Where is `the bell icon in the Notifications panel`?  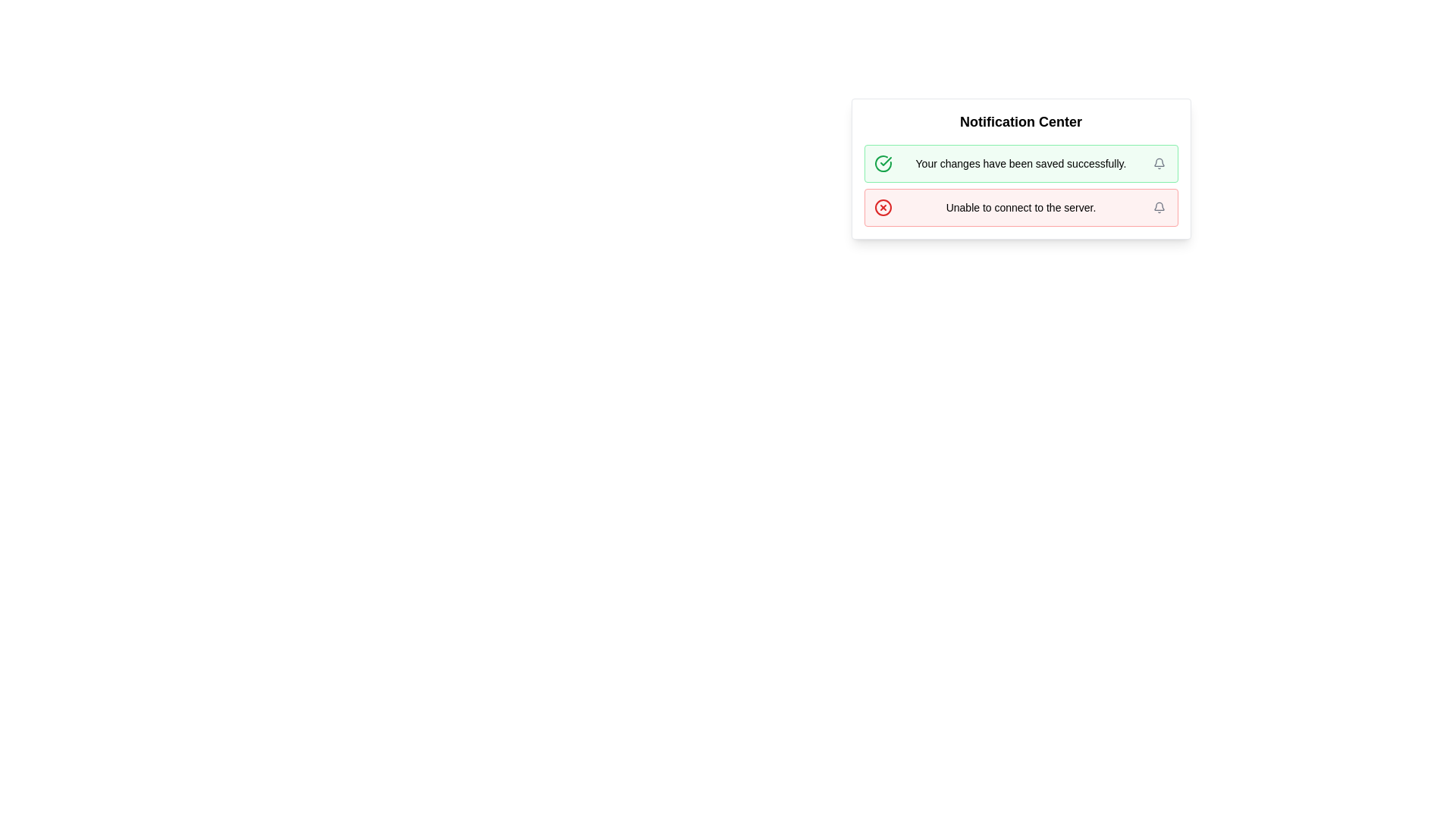
the bell icon in the Notifications panel is located at coordinates (1158, 207).